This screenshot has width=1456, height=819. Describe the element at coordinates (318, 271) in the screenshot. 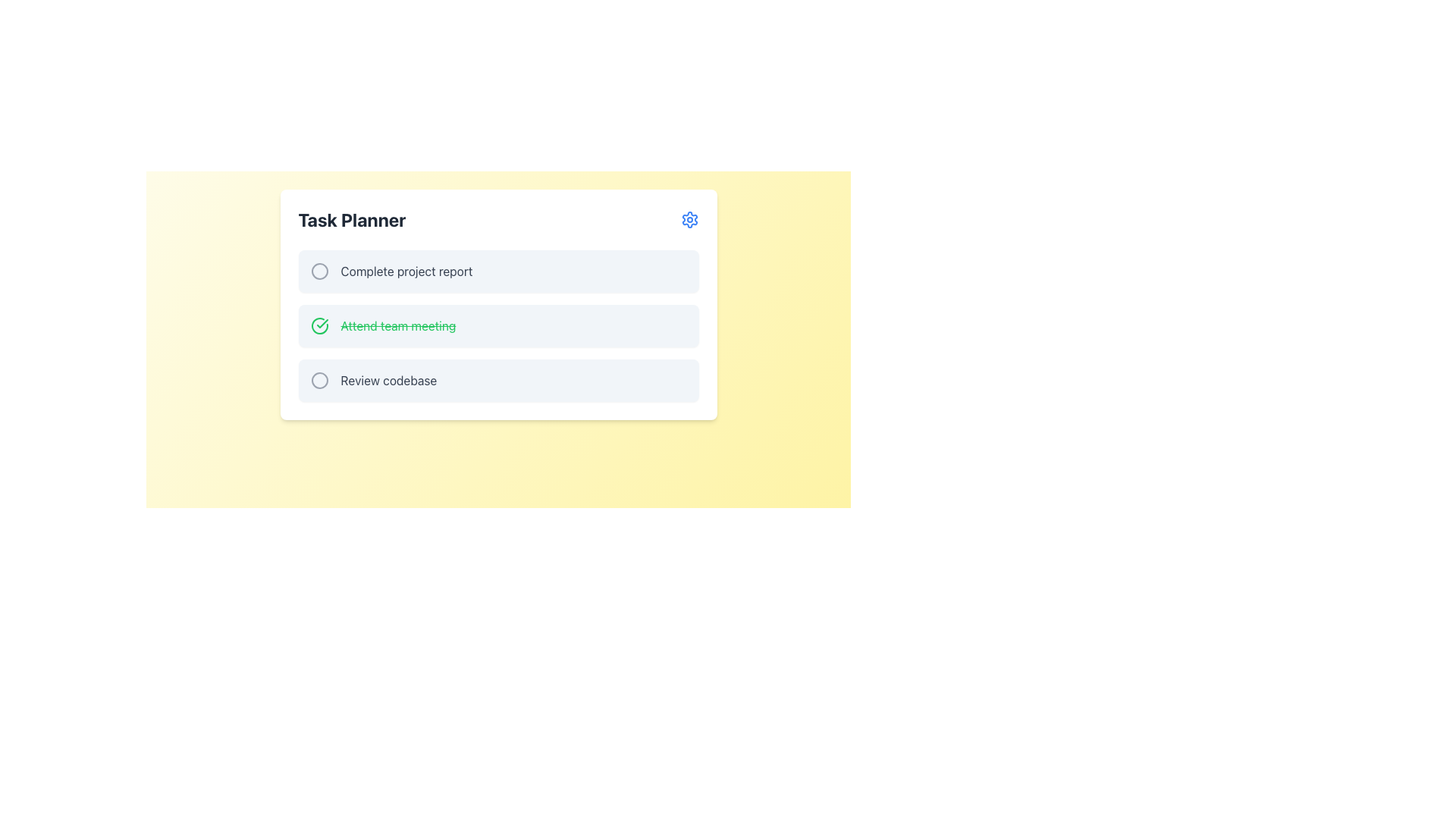

I see `the circular status icon located to the left of the 'Complete project report' text to interact or toggle its state` at that location.